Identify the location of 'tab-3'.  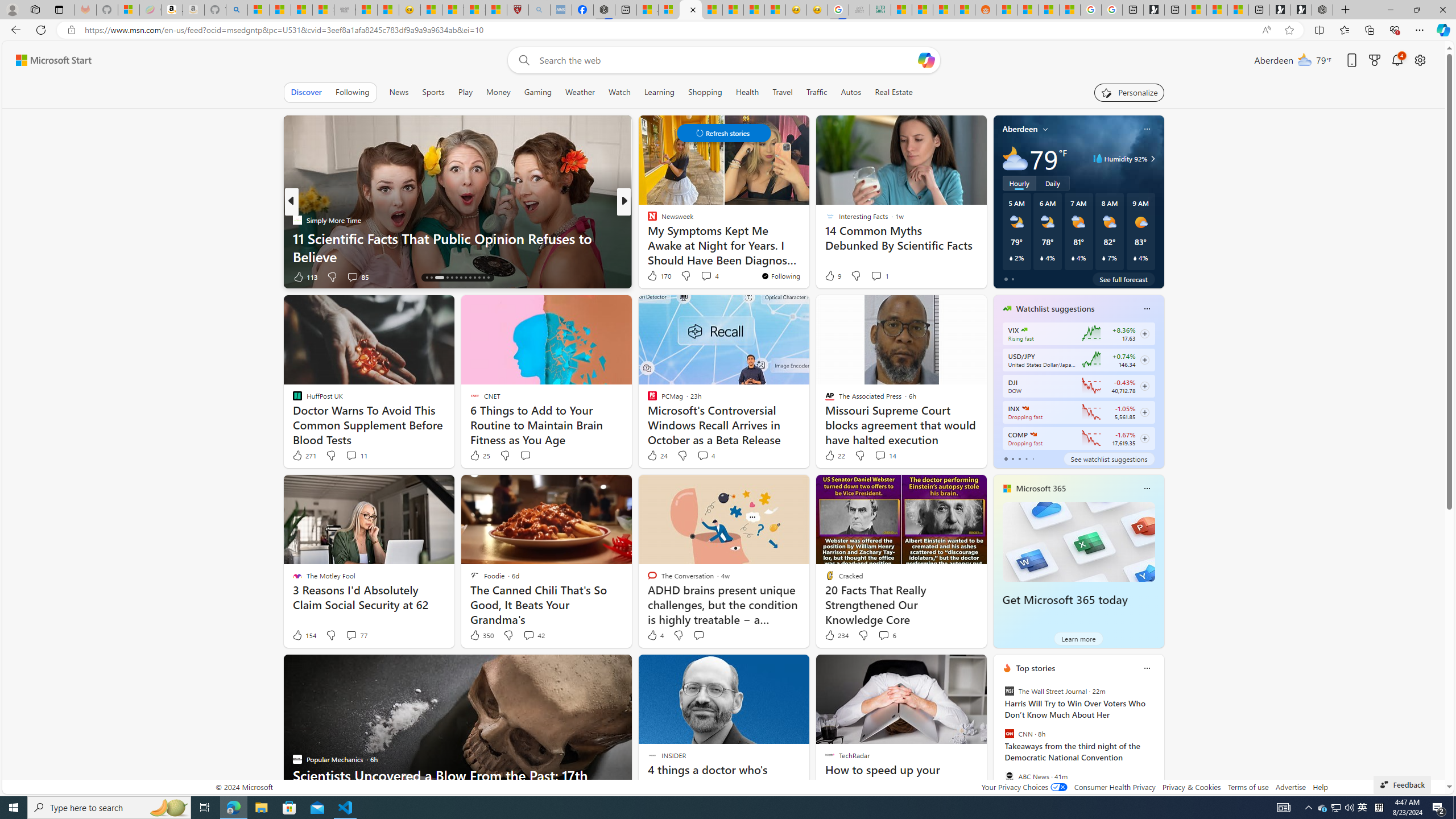
(1025, 459).